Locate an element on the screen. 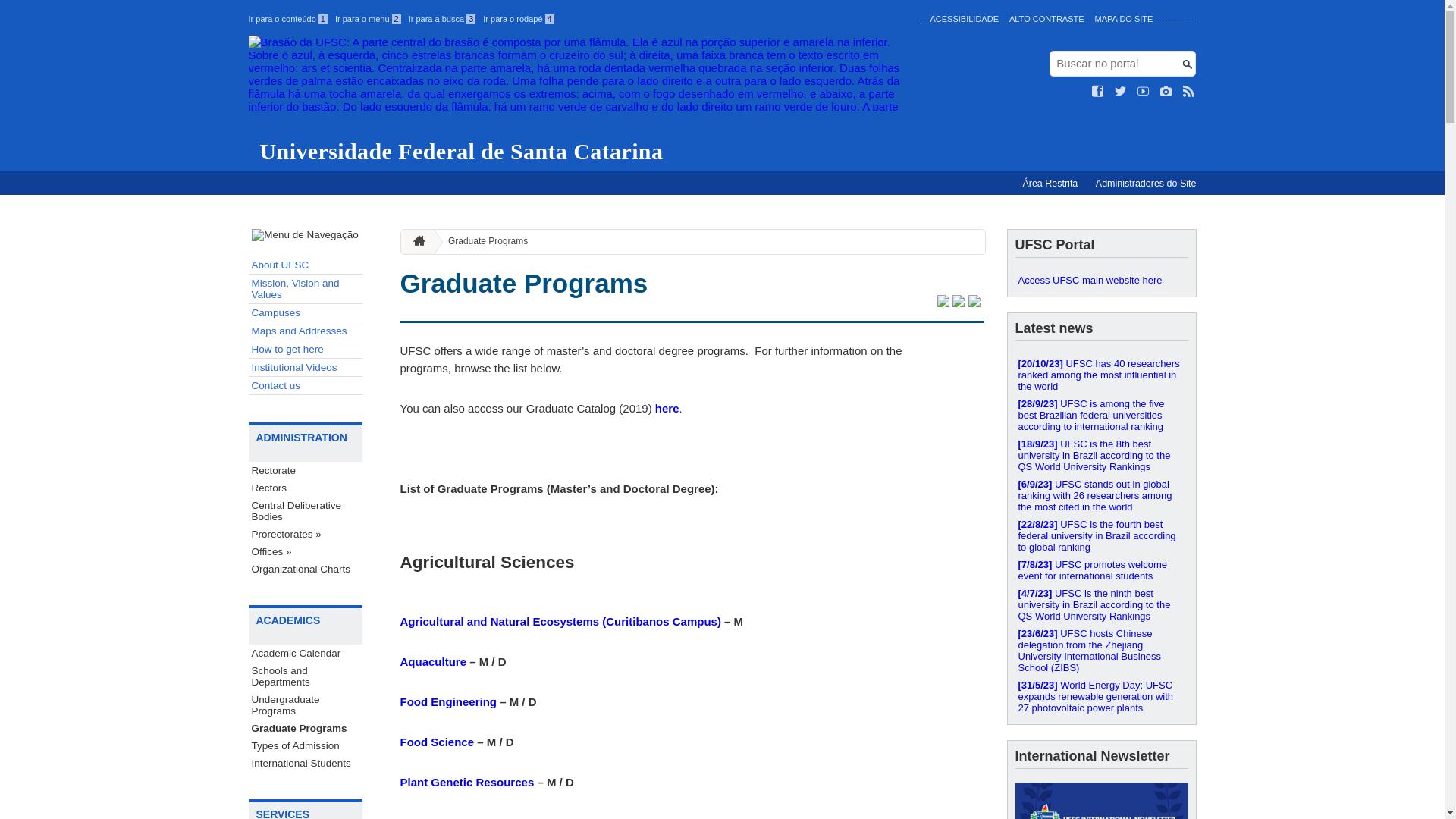 The height and width of the screenshot is (819, 1456). 'Graduate Programs' is located at coordinates (481, 240).